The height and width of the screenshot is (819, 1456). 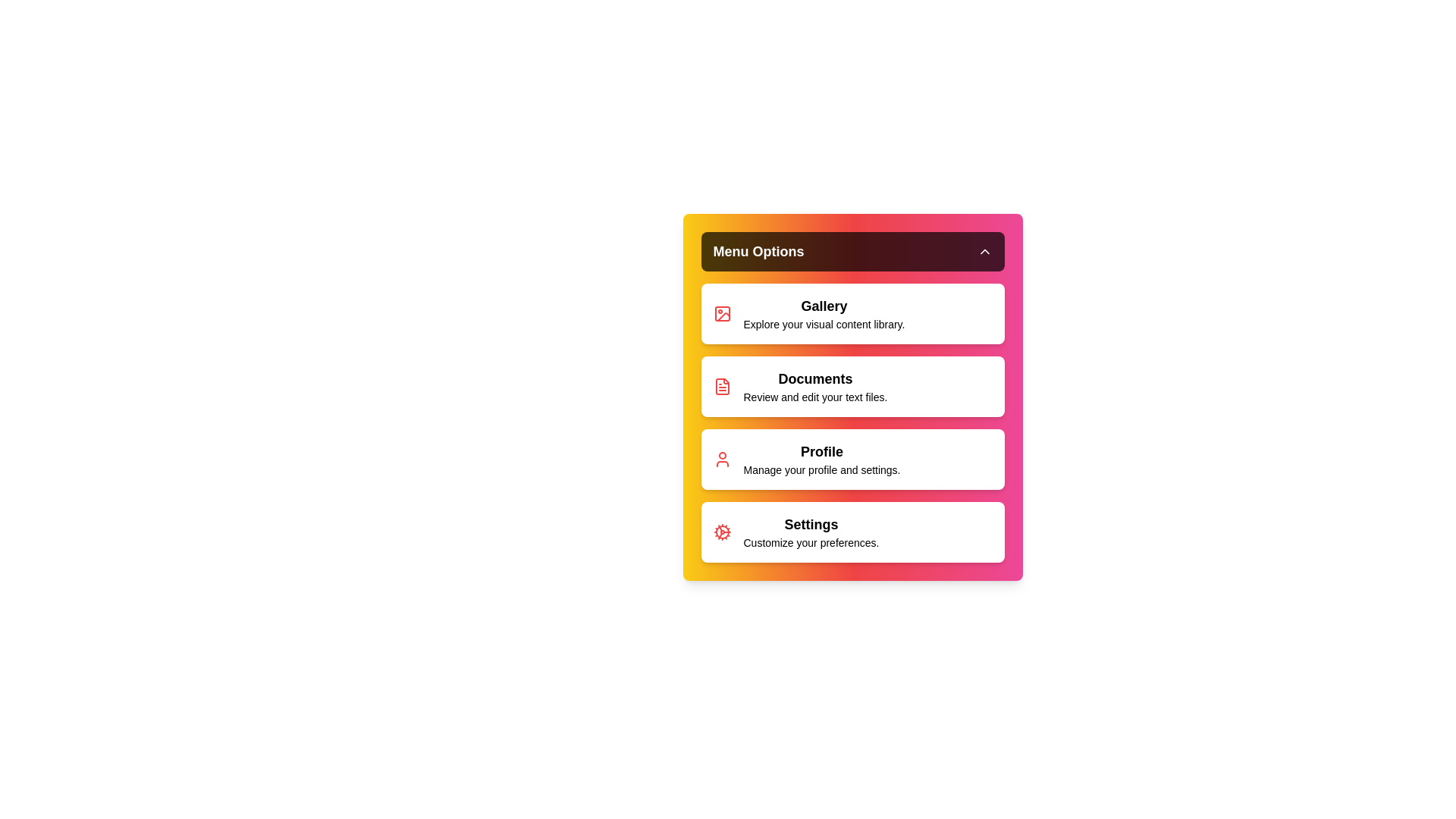 I want to click on the menu item Settings to select it, so click(x=852, y=532).